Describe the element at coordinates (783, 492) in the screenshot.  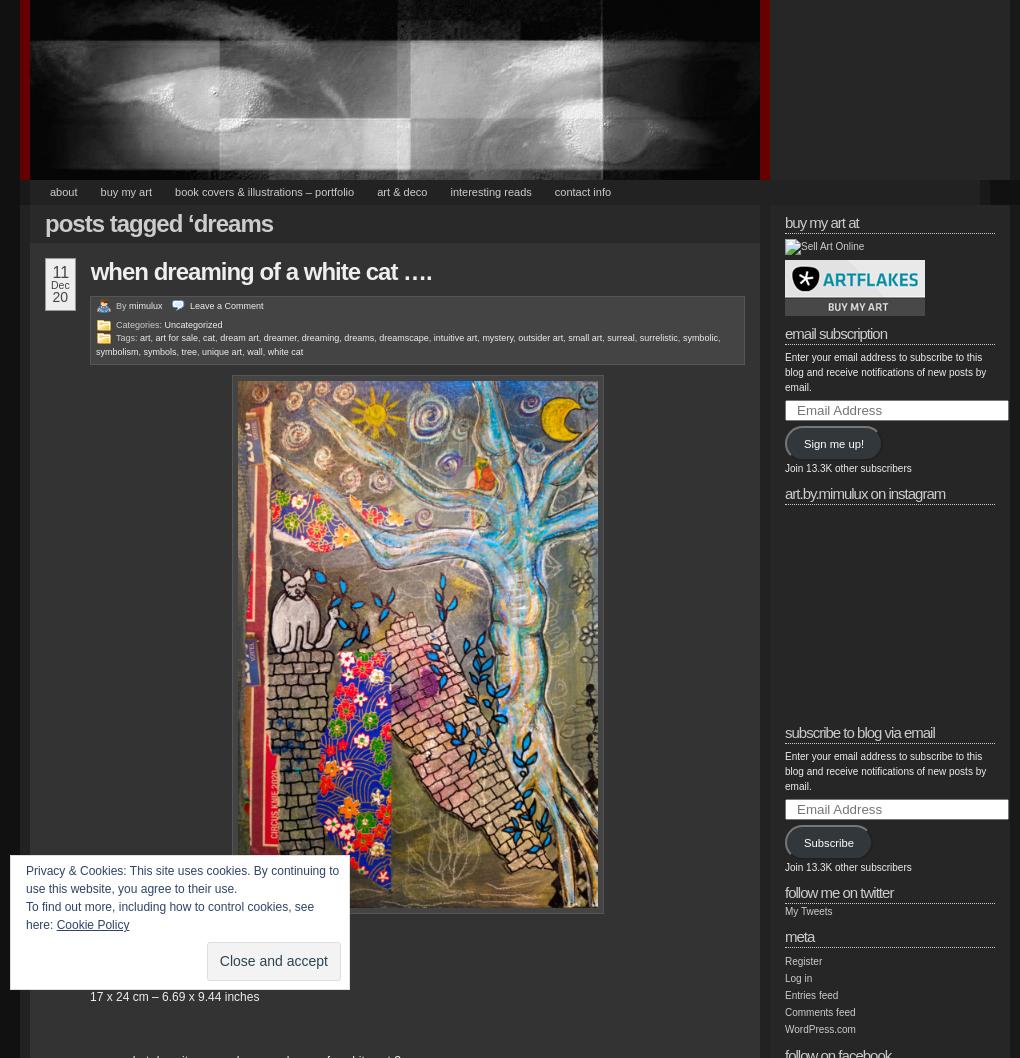
I see `'art.by.mimulux on INSTAGRAM'` at that location.